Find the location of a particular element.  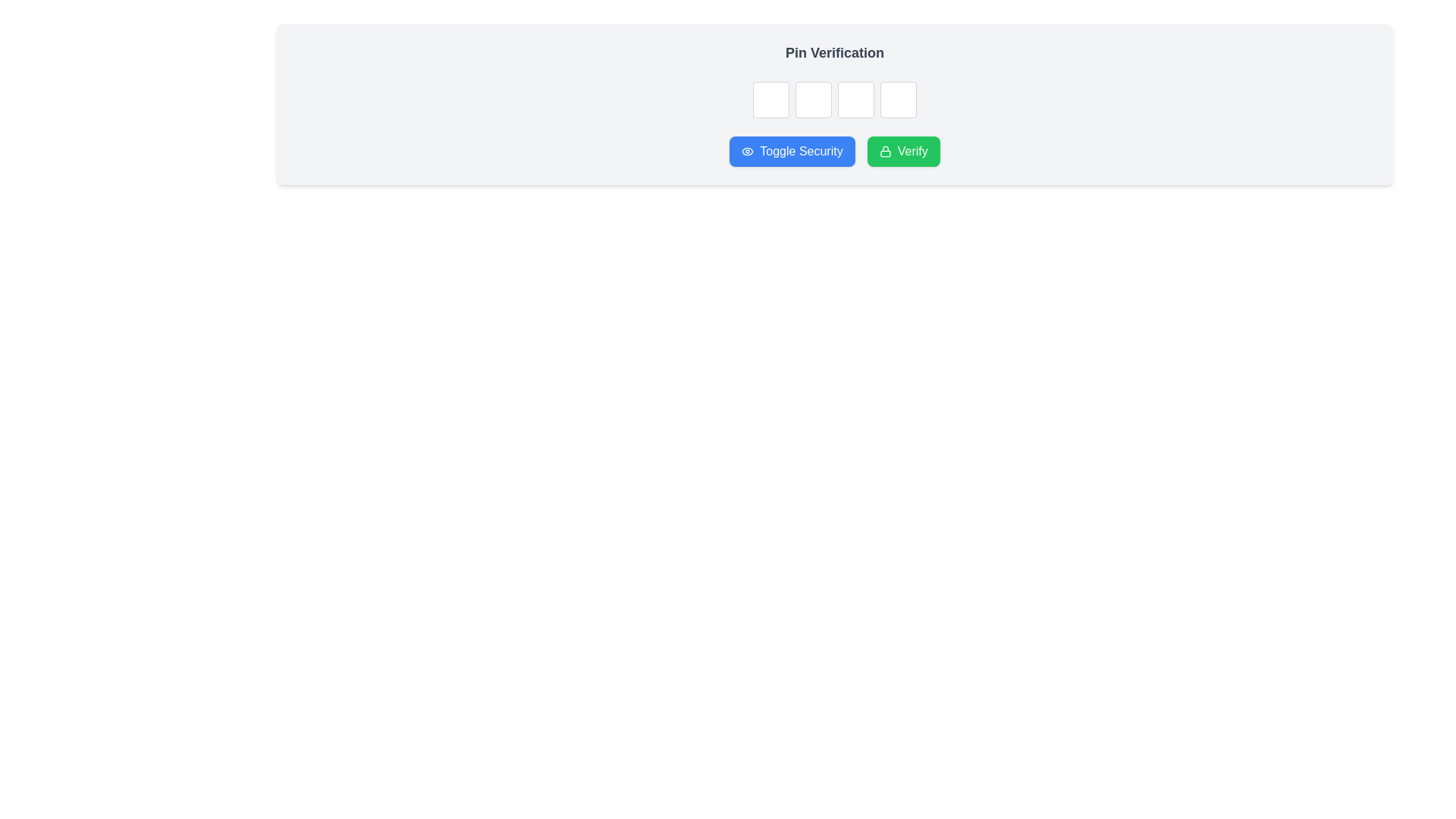

the green 'Verify' button is located at coordinates (903, 152).